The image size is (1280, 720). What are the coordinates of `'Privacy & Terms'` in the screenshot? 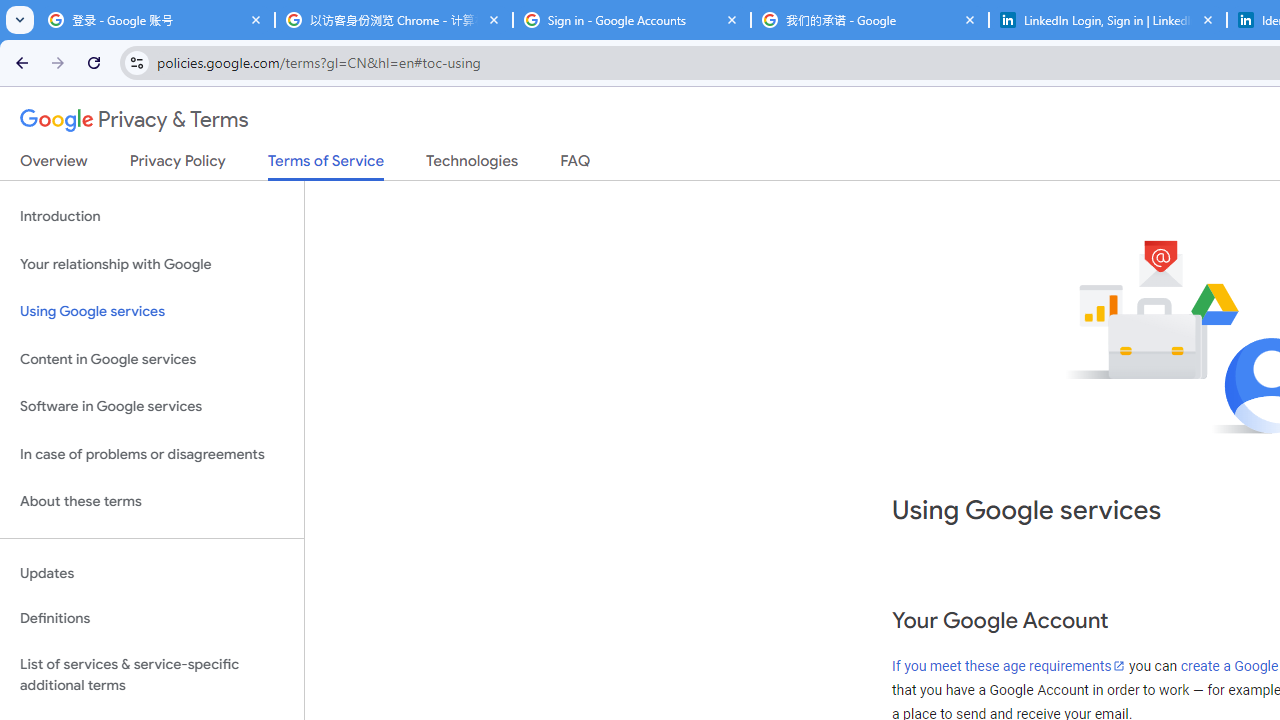 It's located at (134, 120).